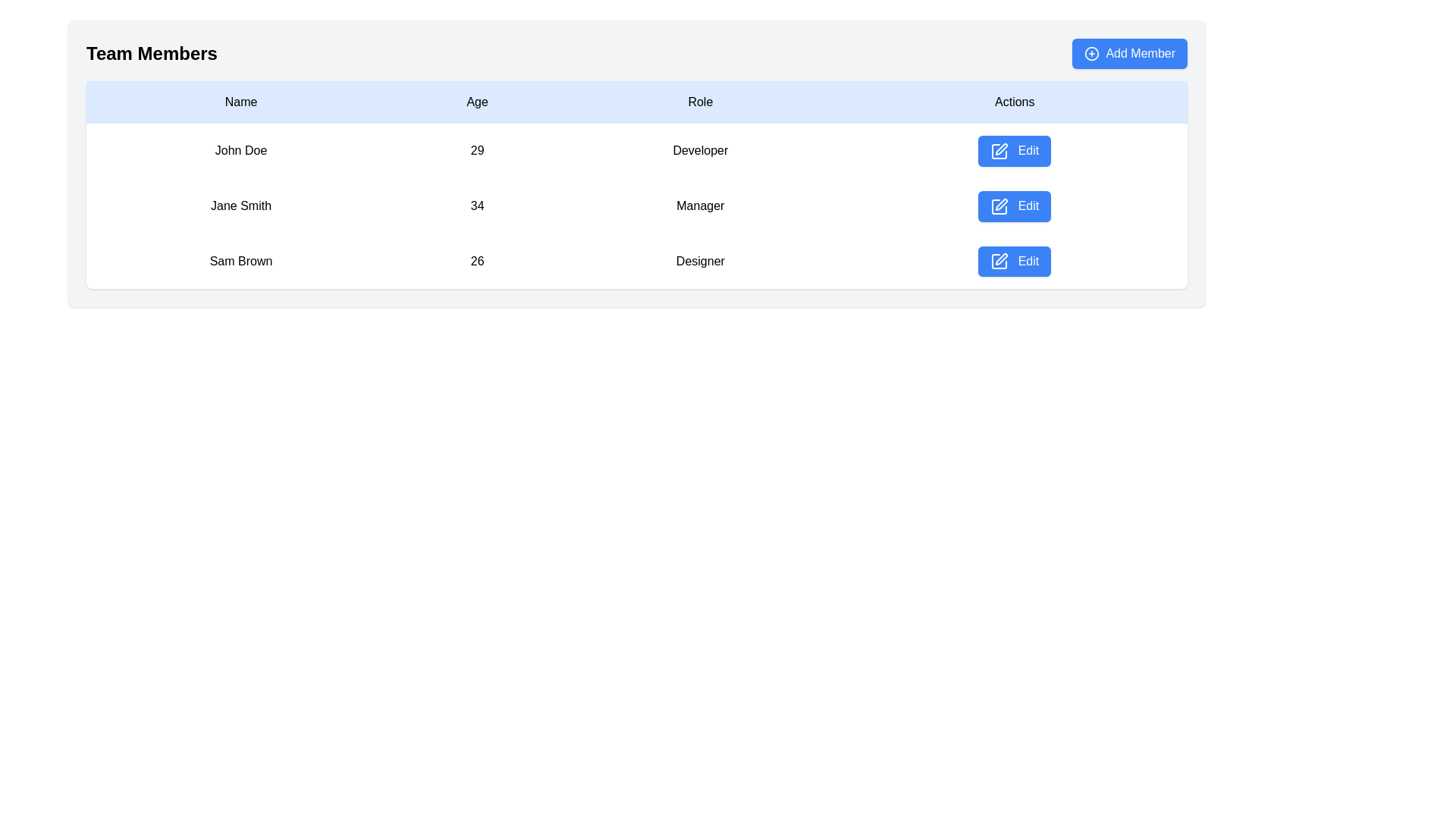 This screenshot has width=1456, height=819. What do you see at coordinates (999, 151) in the screenshot?
I see `the small blue pen icon embedded within the 'Edit' button in the 'Actions' column of the first row for the team member 'John Doe'` at bounding box center [999, 151].